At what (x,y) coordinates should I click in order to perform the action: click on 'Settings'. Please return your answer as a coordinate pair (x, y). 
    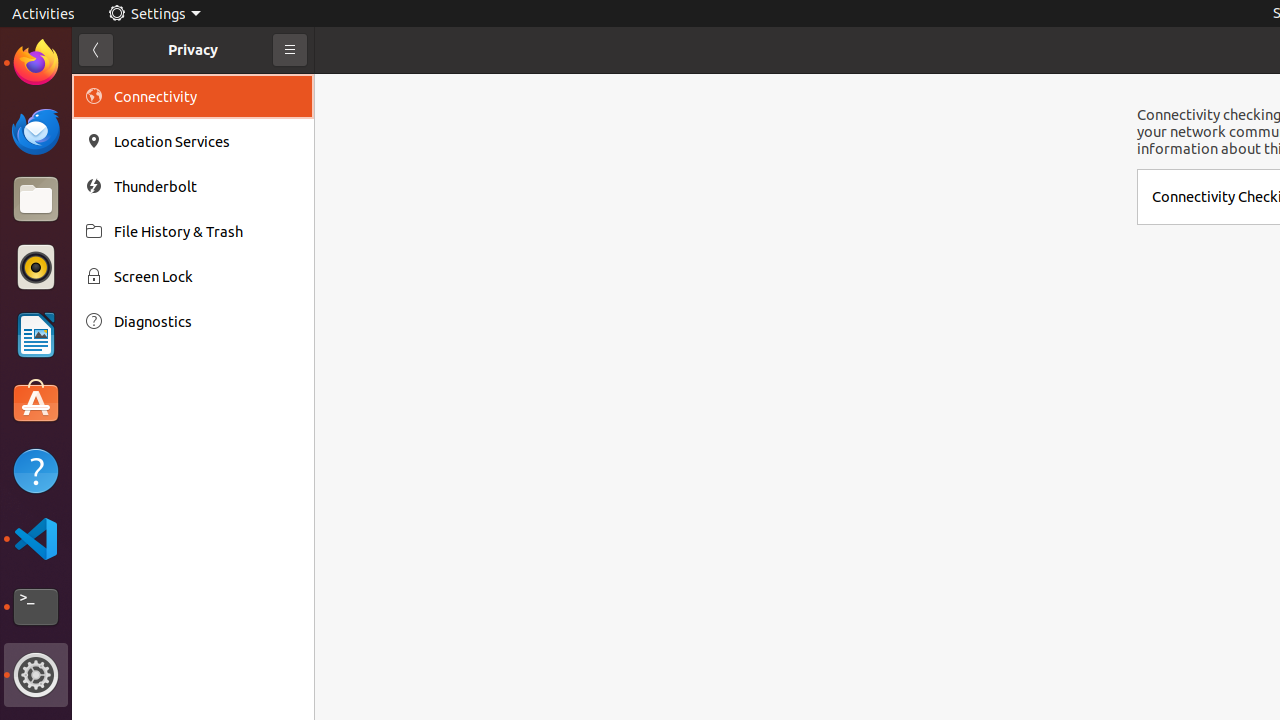
    Looking at the image, I should click on (153, 13).